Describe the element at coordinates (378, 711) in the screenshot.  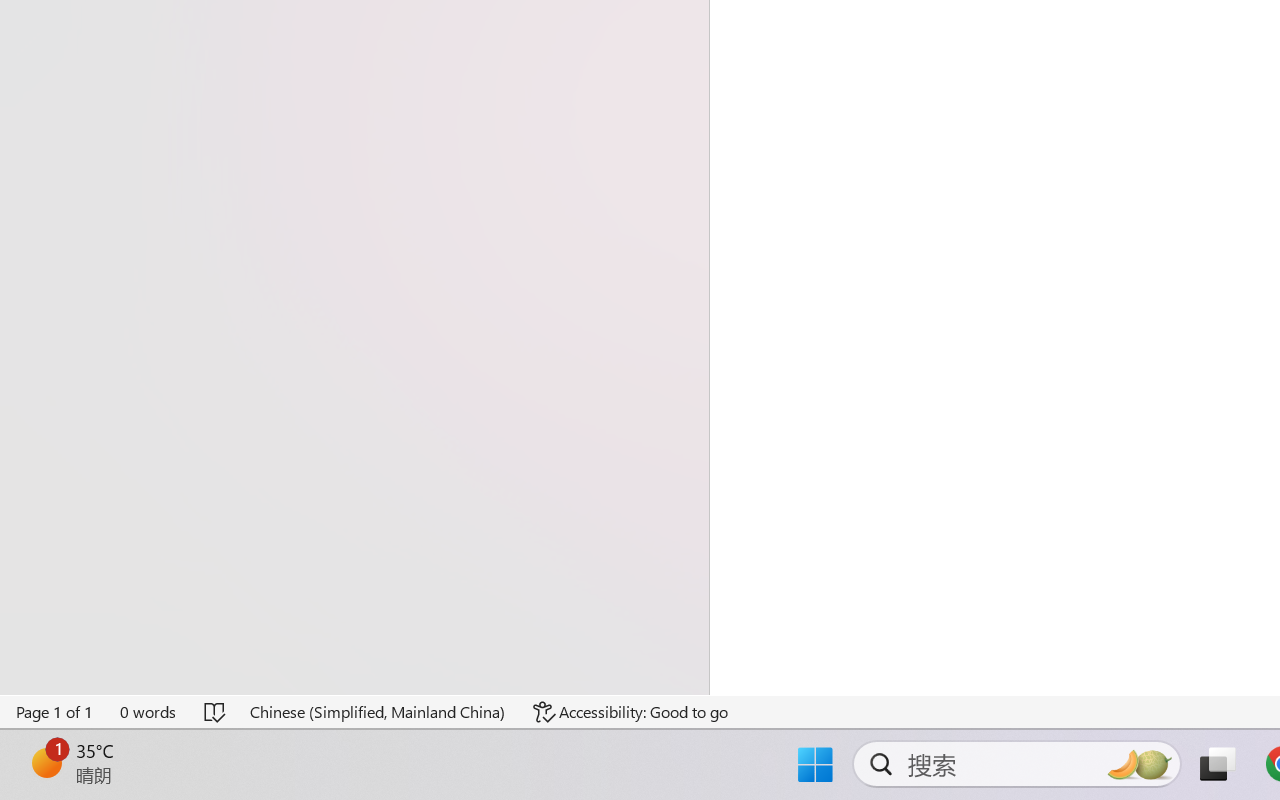
I see `'Language Chinese (Simplified, Mainland China)'` at that location.